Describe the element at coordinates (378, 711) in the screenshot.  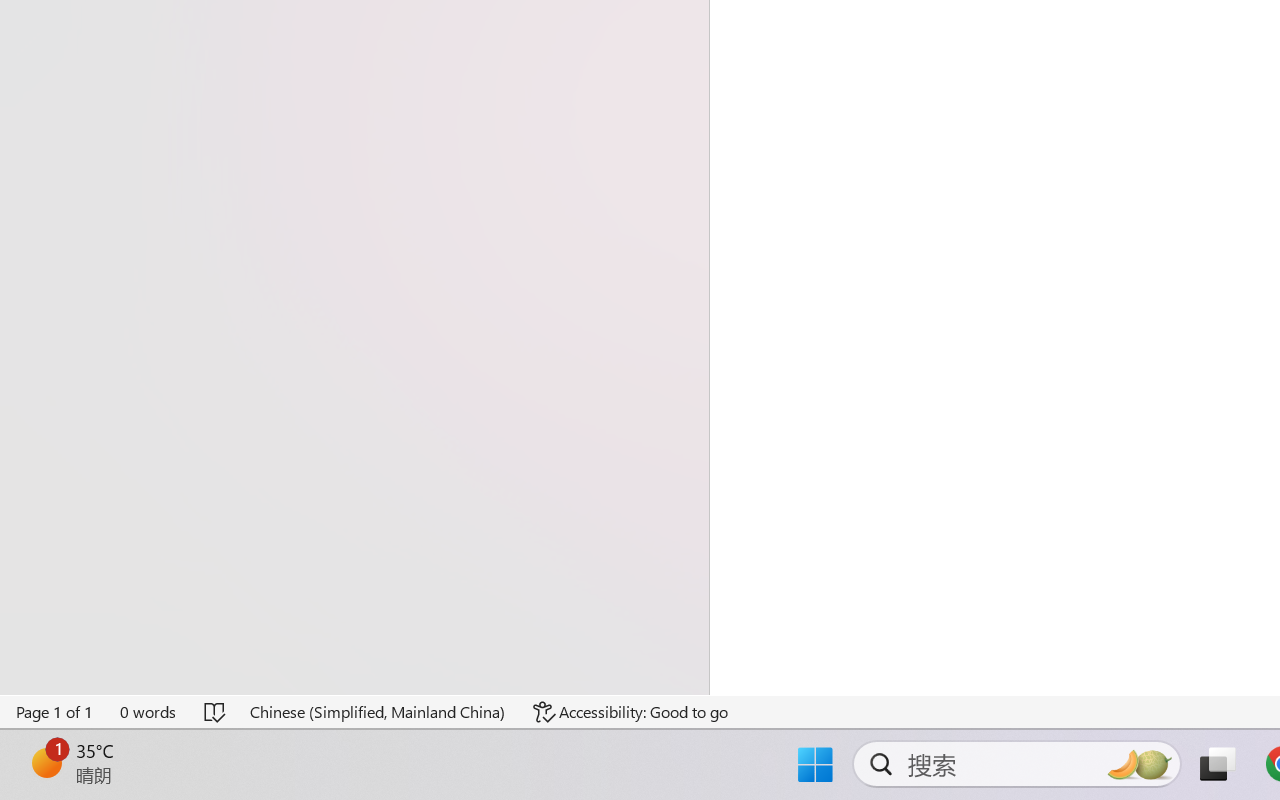
I see `'Language Chinese (Simplified, Mainland China)'` at that location.